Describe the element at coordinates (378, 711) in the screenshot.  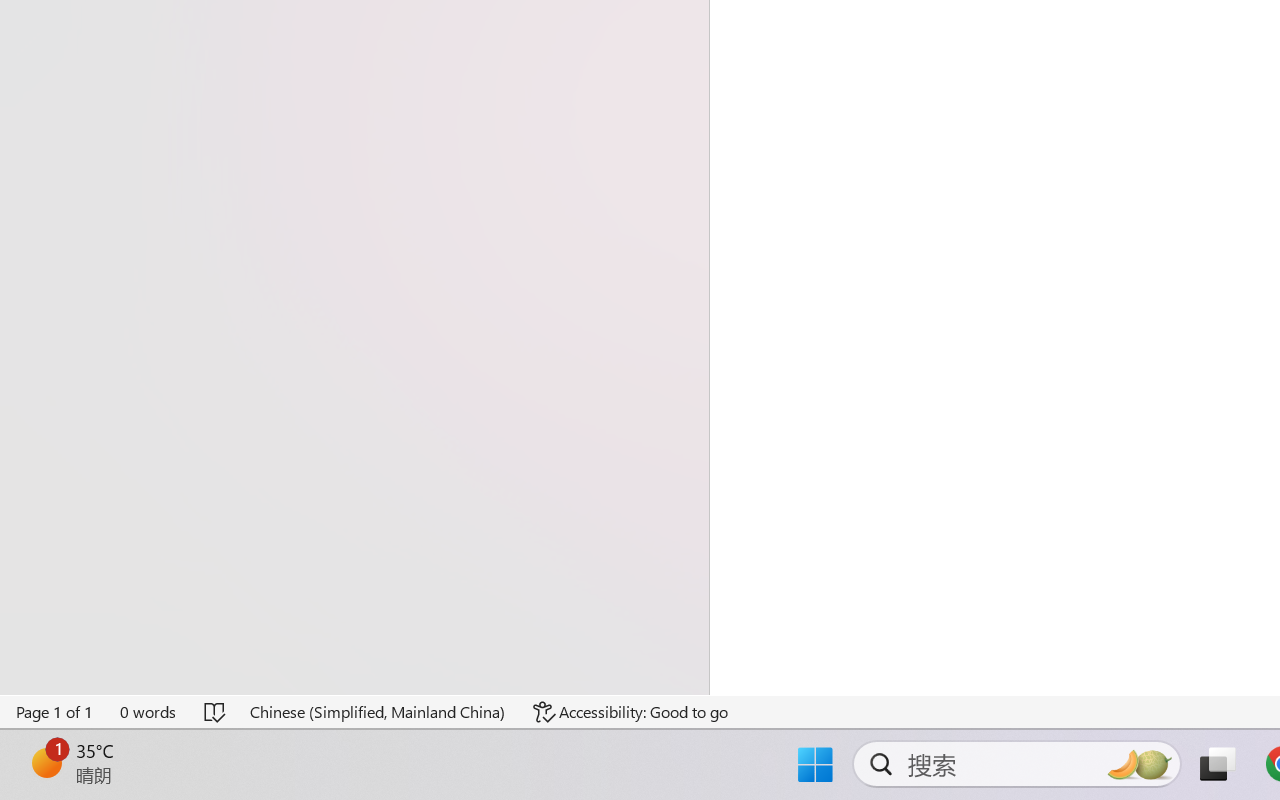
I see `'Language Chinese (Simplified, Mainland China)'` at that location.